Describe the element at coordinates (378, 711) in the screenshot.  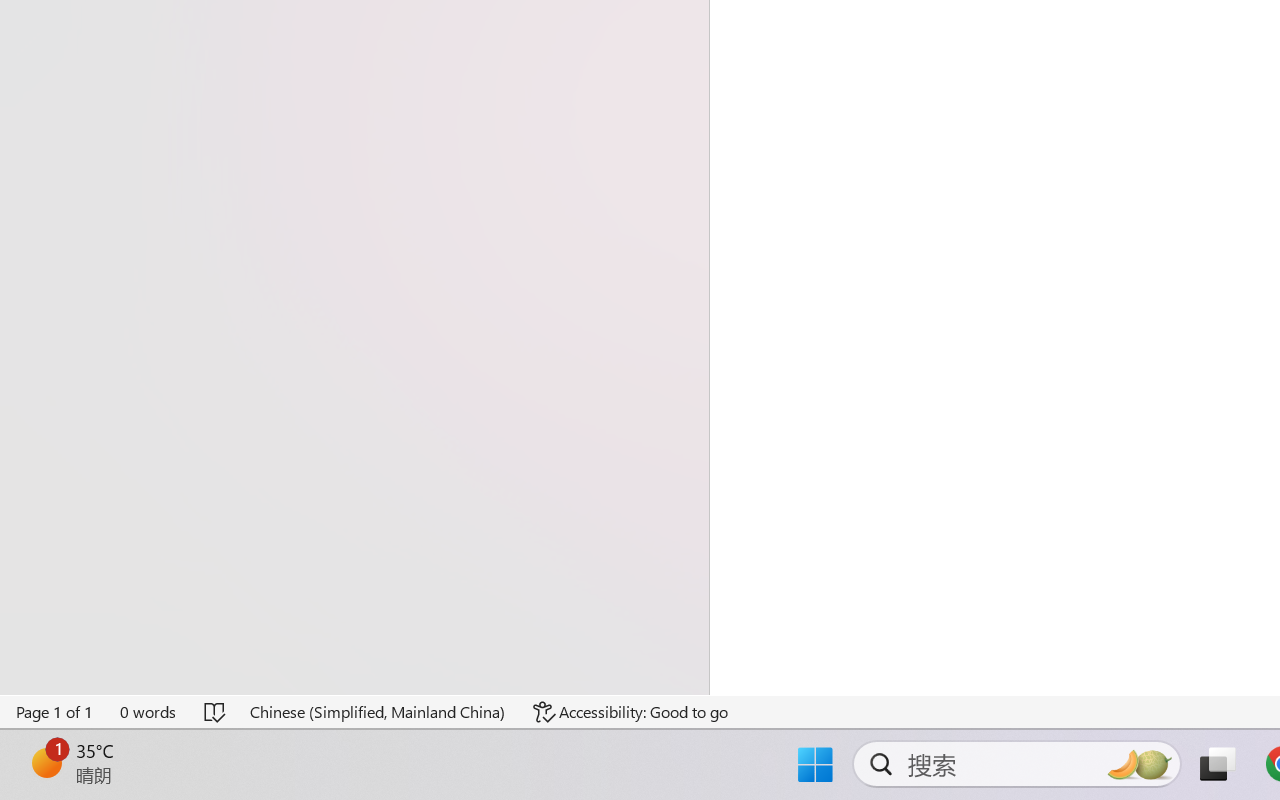
I see `'Language Chinese (Simplified, Mainland China)'` at that location.